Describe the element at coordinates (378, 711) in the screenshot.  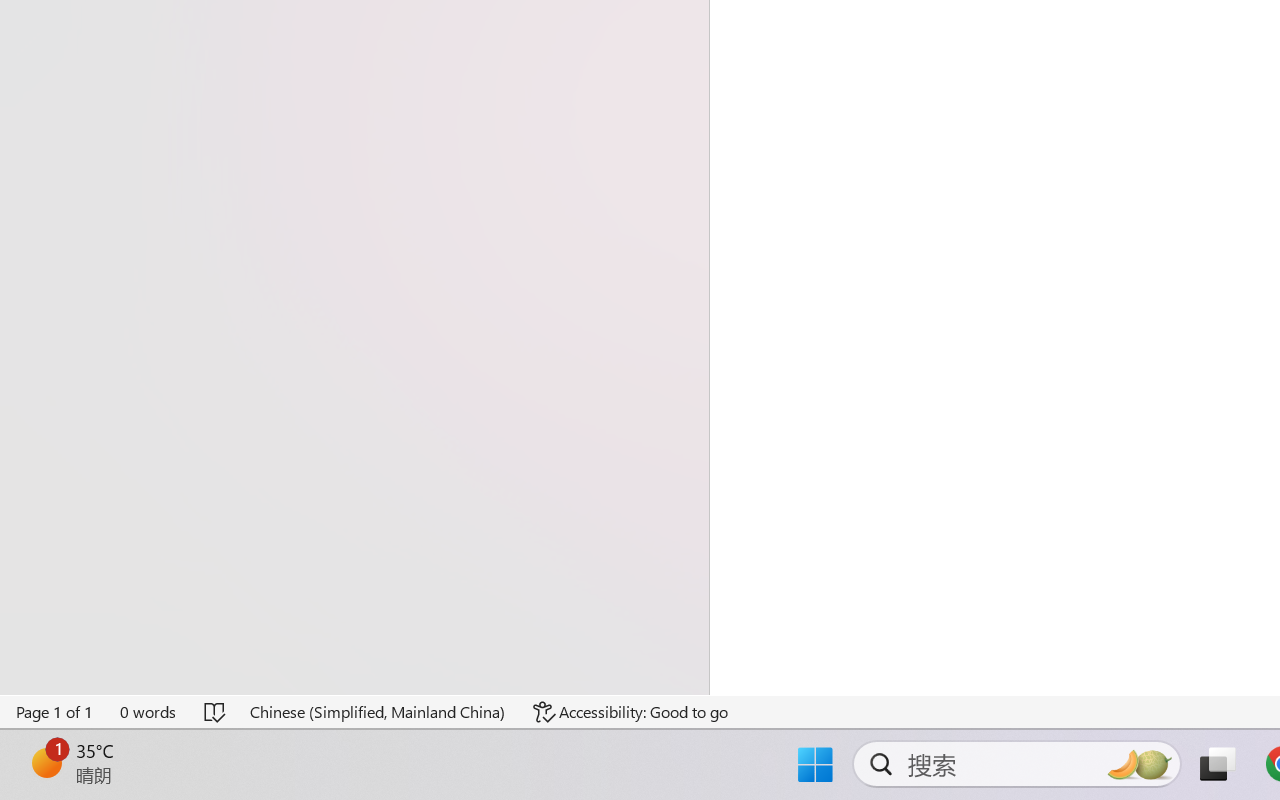
I see `'Language Chinese (Simplified, Mainland China)'` at that location.